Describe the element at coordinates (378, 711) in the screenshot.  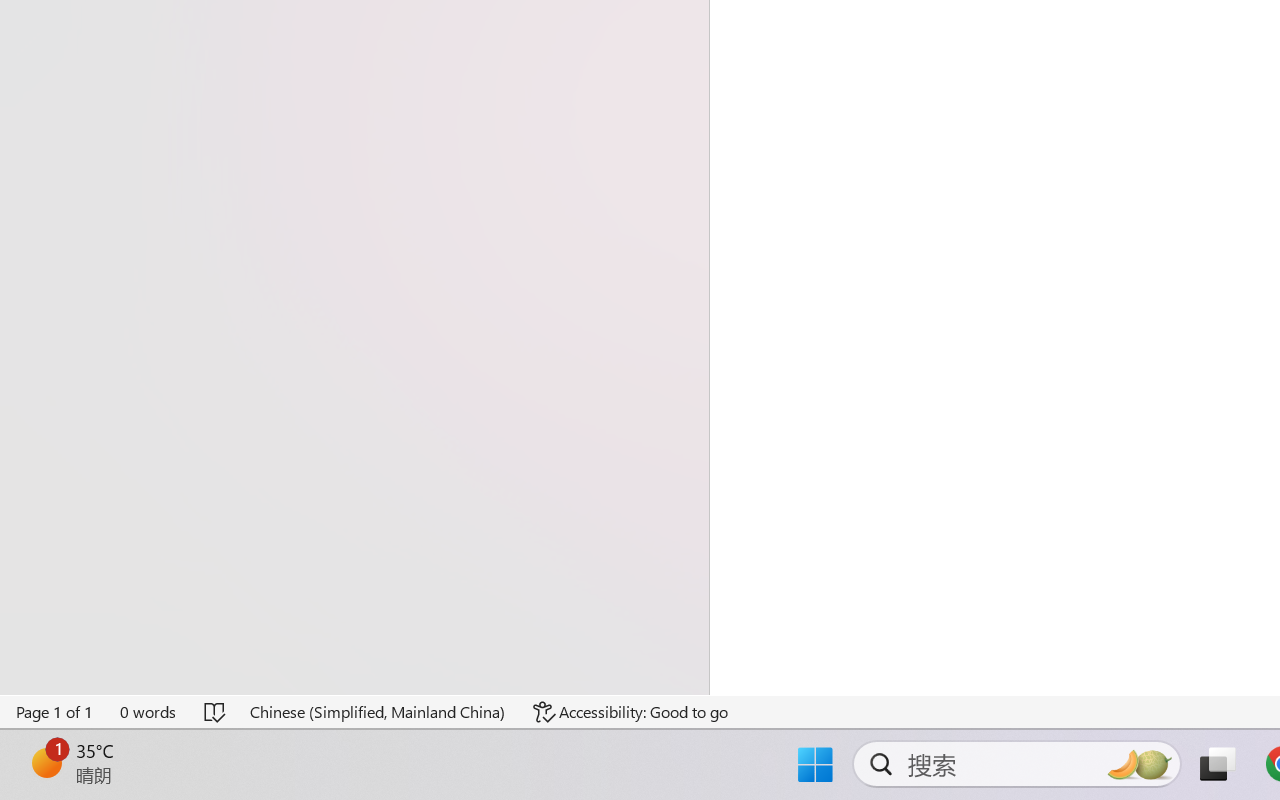
I see `'Language Chinese (Simplified, Mainland China)'` at that location.